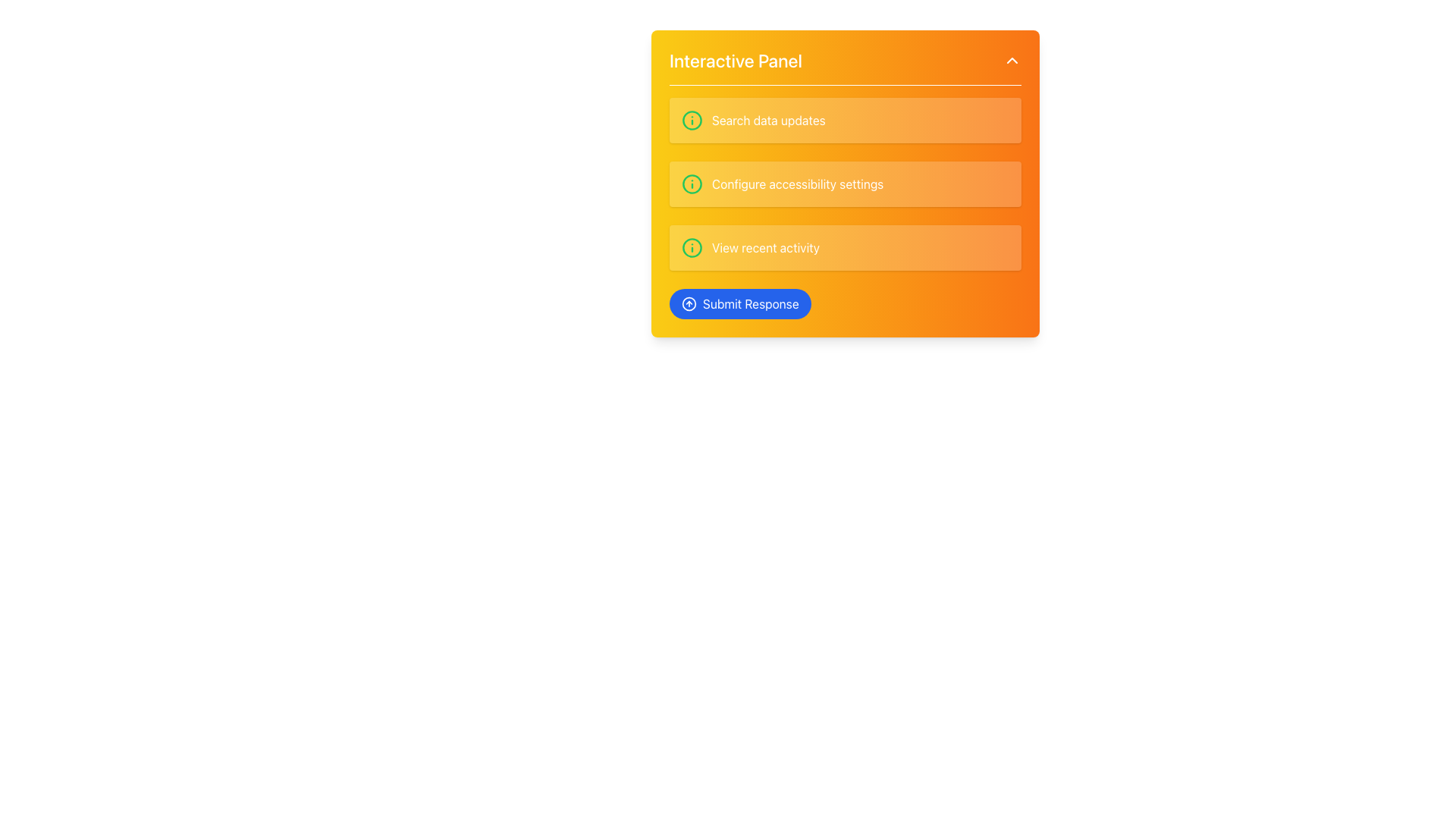  Describe the element at coordinates (797, 184) in the screenshot. I see `the text label displaying 'Configure accessibility settings'` at that location.